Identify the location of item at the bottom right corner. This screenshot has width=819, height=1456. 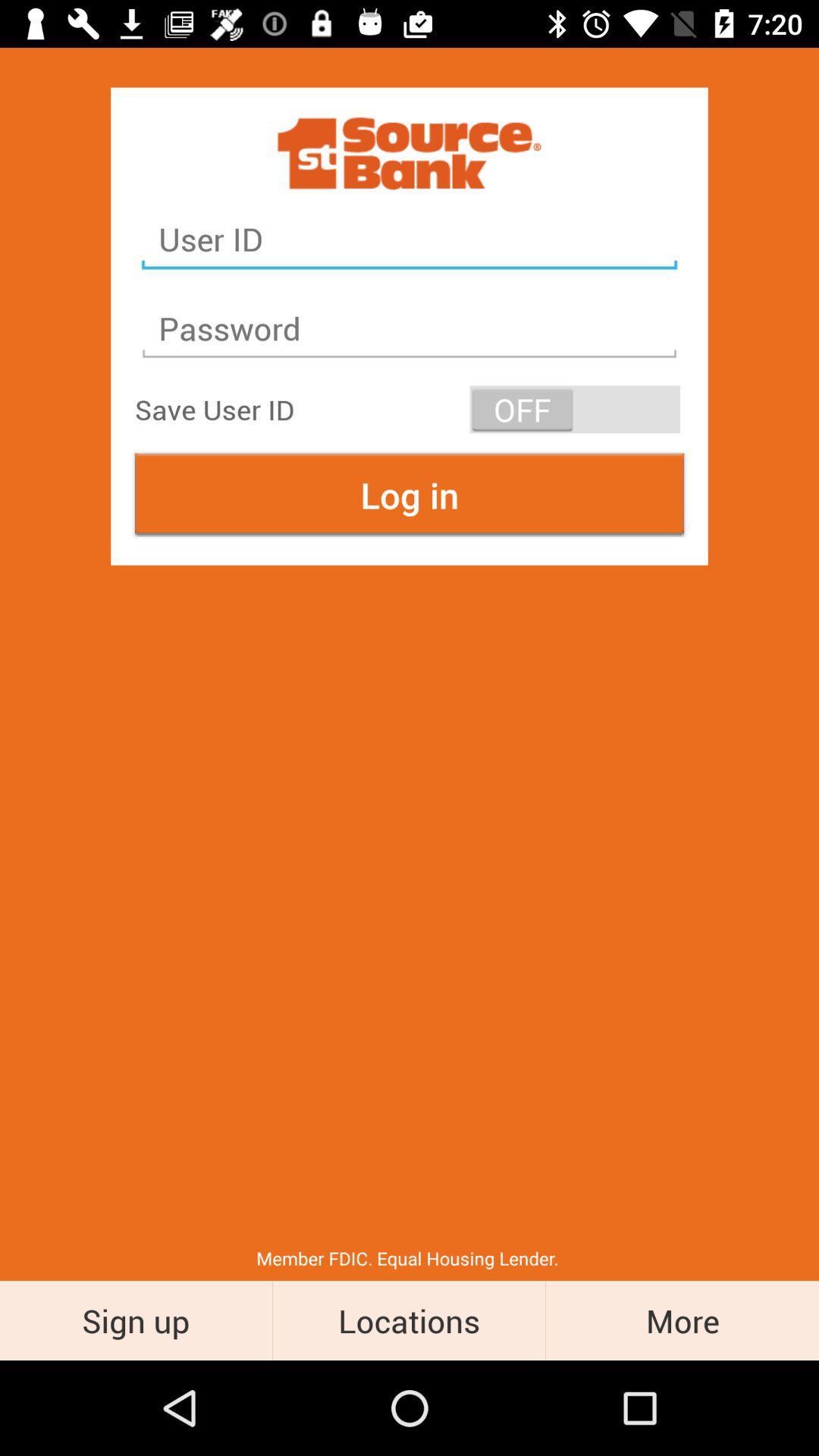
(681, 1319).